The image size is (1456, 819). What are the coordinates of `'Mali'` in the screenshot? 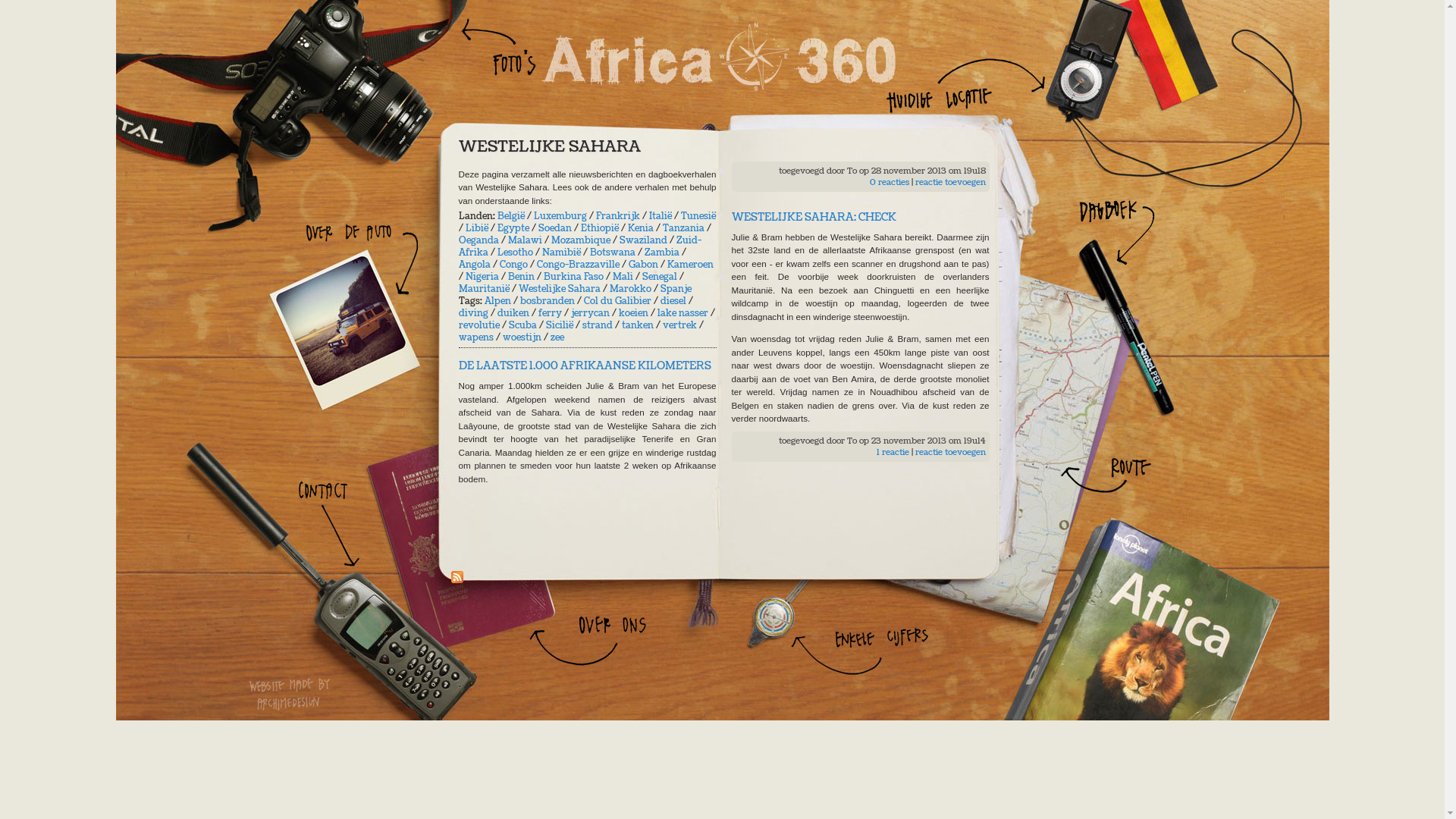 It's located at (623, 277).